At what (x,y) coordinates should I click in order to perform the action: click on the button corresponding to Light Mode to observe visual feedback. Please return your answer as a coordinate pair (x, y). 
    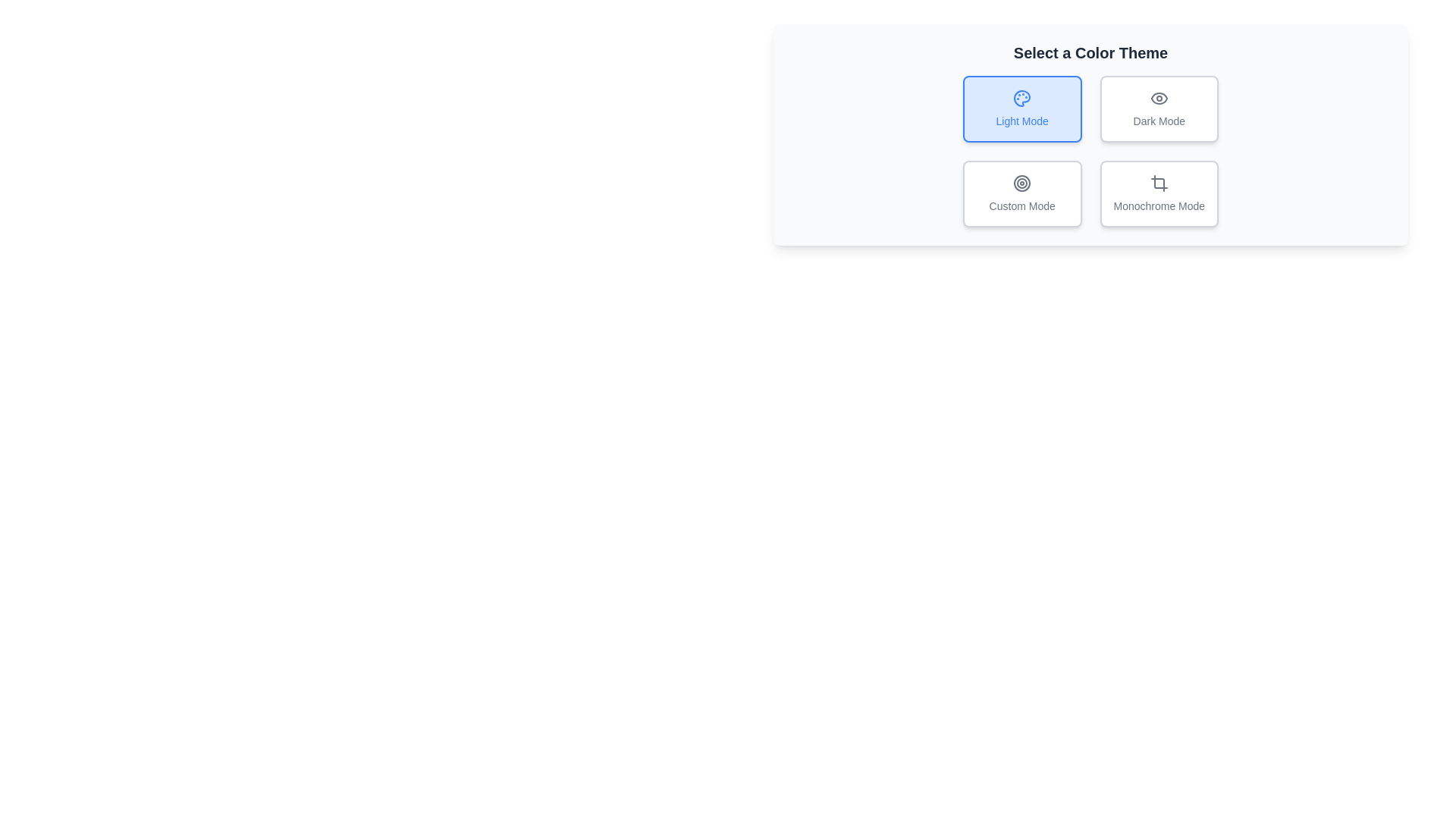
    Looking at the image, I should click on (1022, 108).